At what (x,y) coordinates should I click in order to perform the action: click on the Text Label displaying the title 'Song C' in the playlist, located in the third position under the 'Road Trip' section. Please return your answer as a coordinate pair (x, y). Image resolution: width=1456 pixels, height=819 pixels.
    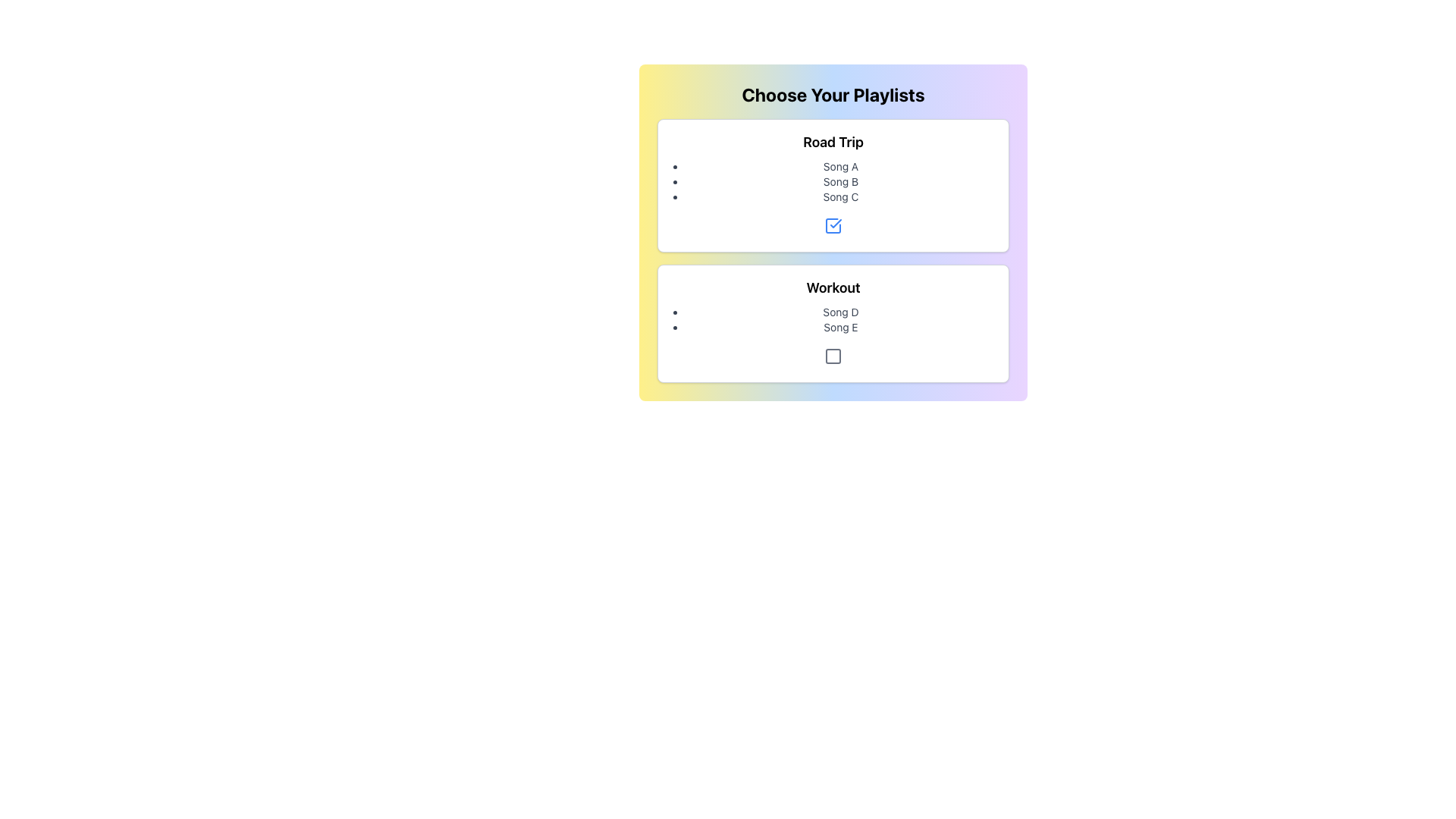
    Looking at the image, I should click on (839, 196).